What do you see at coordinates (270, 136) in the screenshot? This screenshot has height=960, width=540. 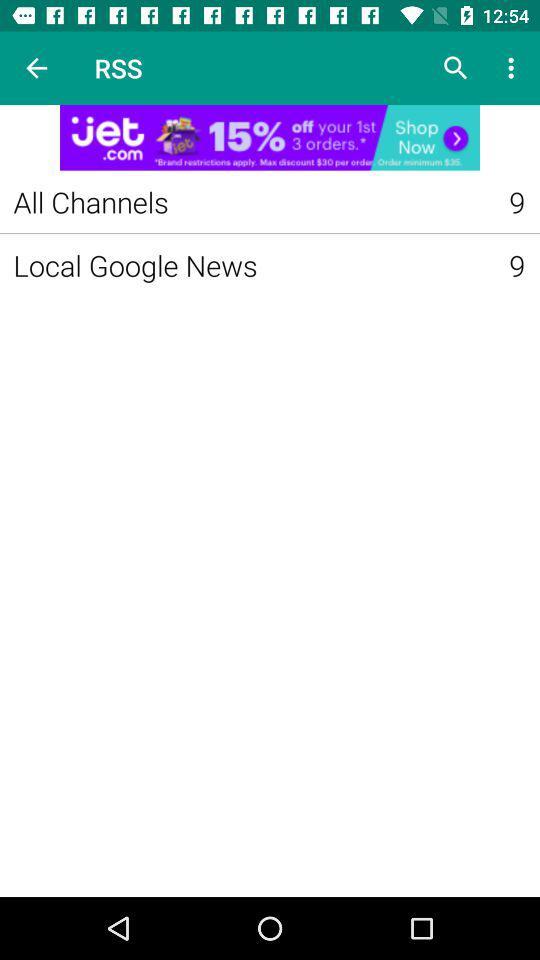 I see `share the article` at bounding box center [270, 136].